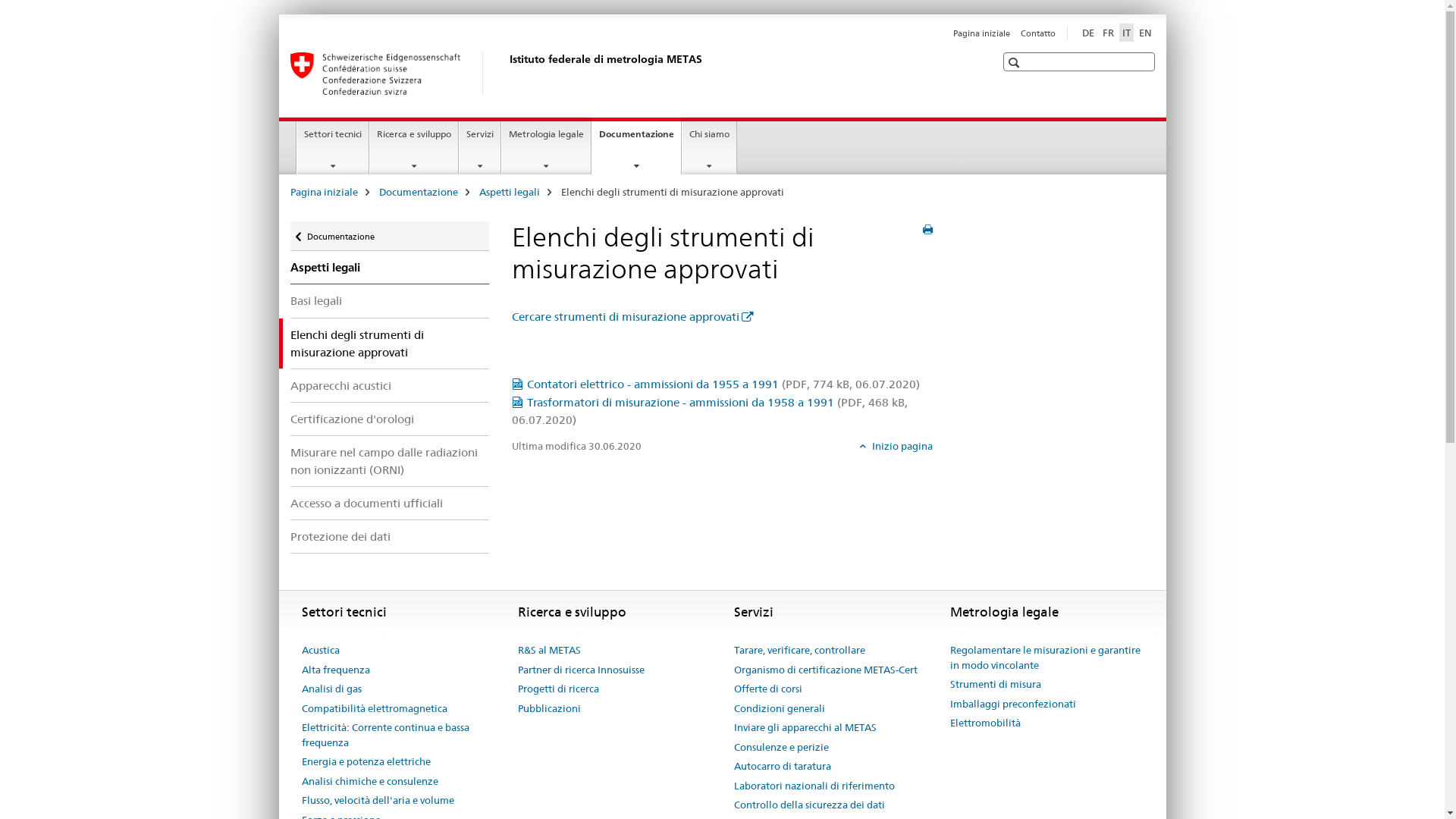  I want to click on 'Documentazione, so click(636, 146).